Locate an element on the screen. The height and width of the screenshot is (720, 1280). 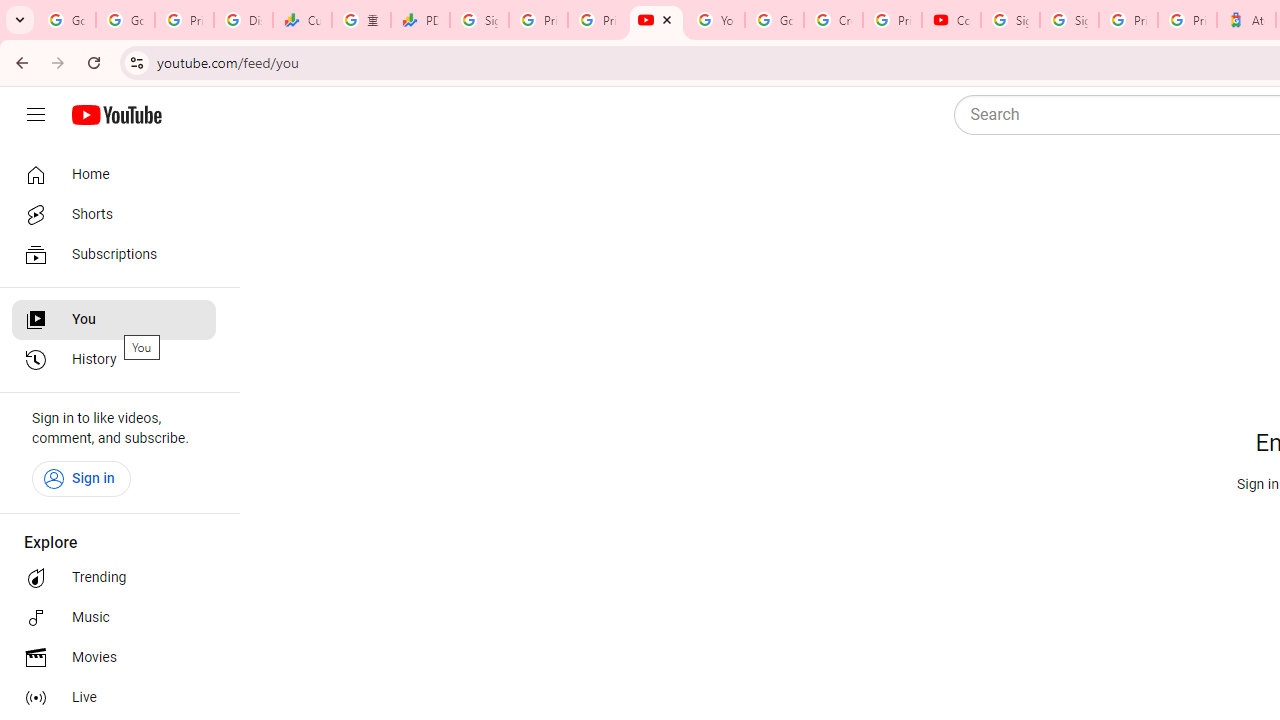
'Create your Google Account' is located at coordinates (833, 20).